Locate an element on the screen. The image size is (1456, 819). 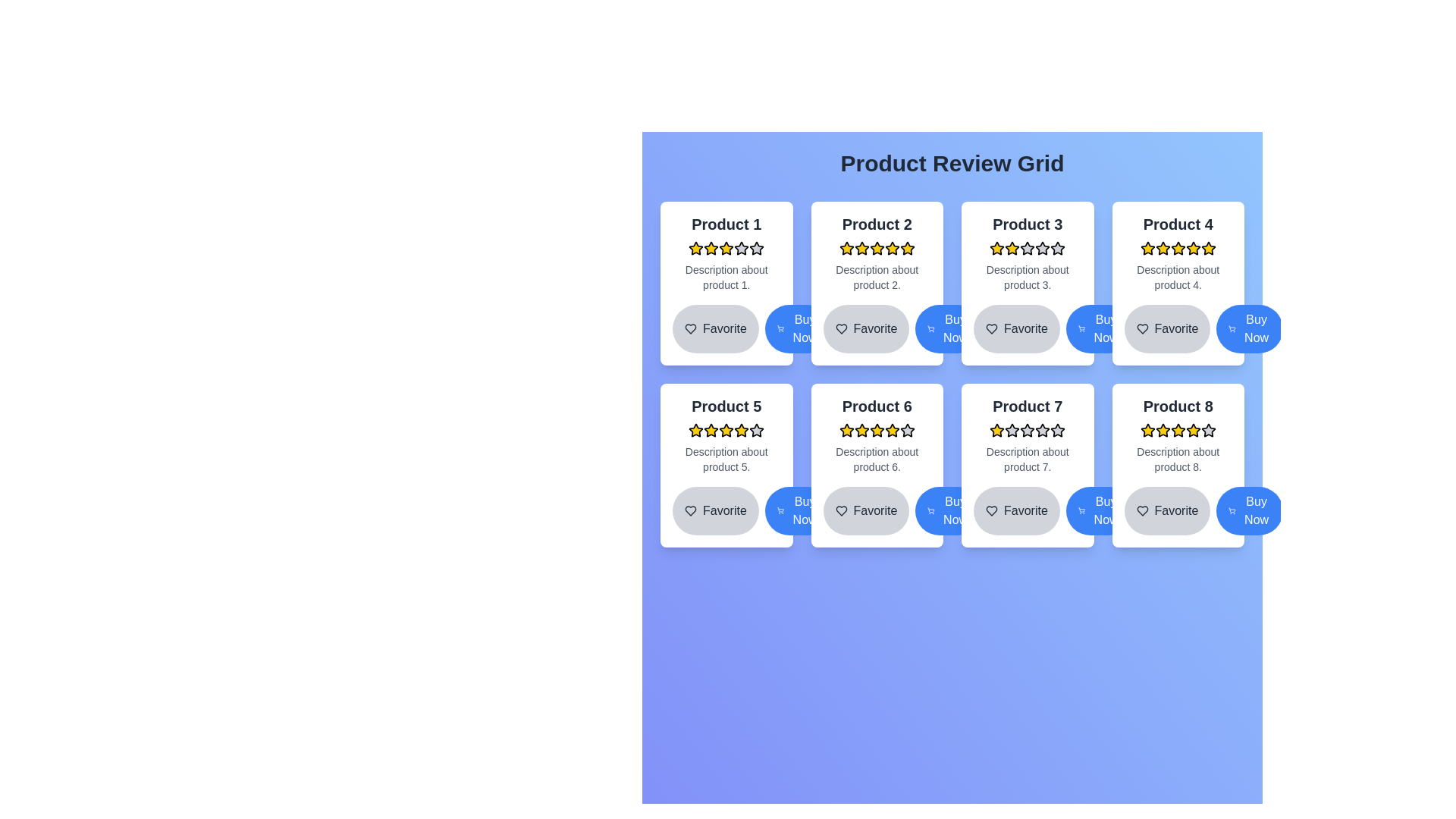
the 'Favorite' button, which is a rounded button with a light gray background and dark gray text, to mark 'Product 3' as a favorite is located at coordinates (1016, 328).